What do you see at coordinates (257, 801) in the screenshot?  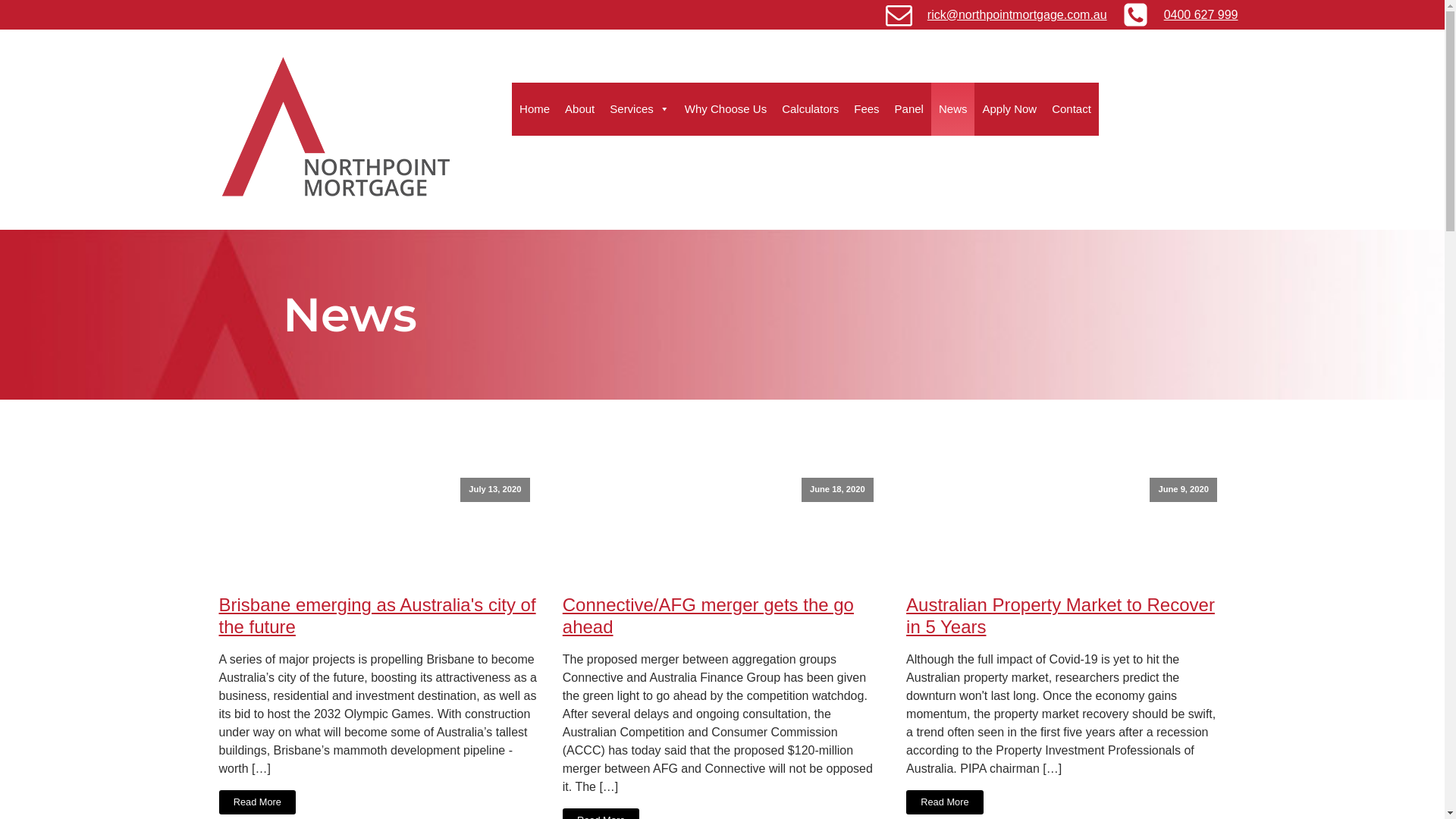 I see `'Read More'` at bounding box center [257, 801].